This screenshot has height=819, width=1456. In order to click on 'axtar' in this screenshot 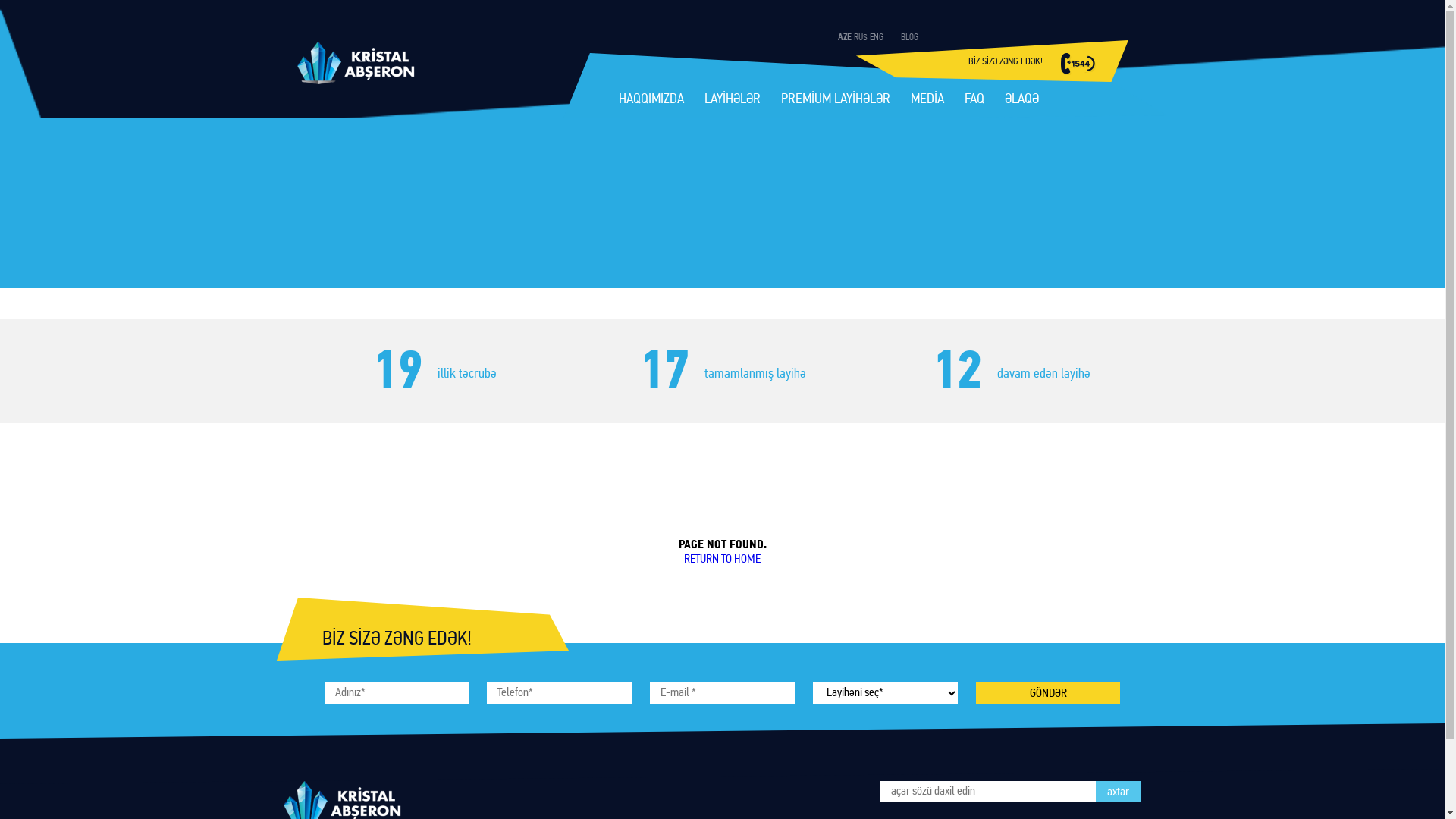, I will do `click(1117, 791)`.